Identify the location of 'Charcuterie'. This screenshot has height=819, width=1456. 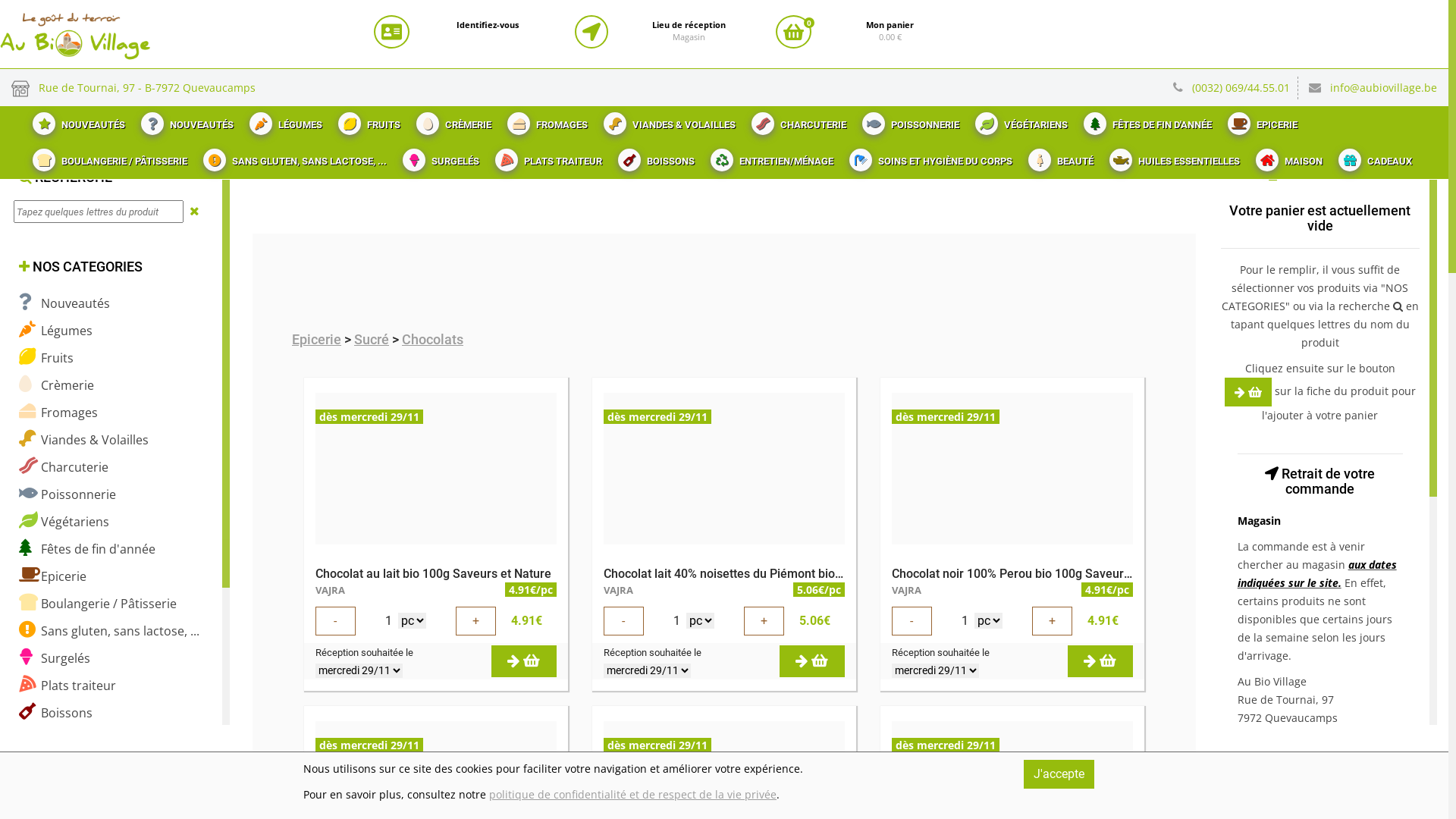
(62, 466).